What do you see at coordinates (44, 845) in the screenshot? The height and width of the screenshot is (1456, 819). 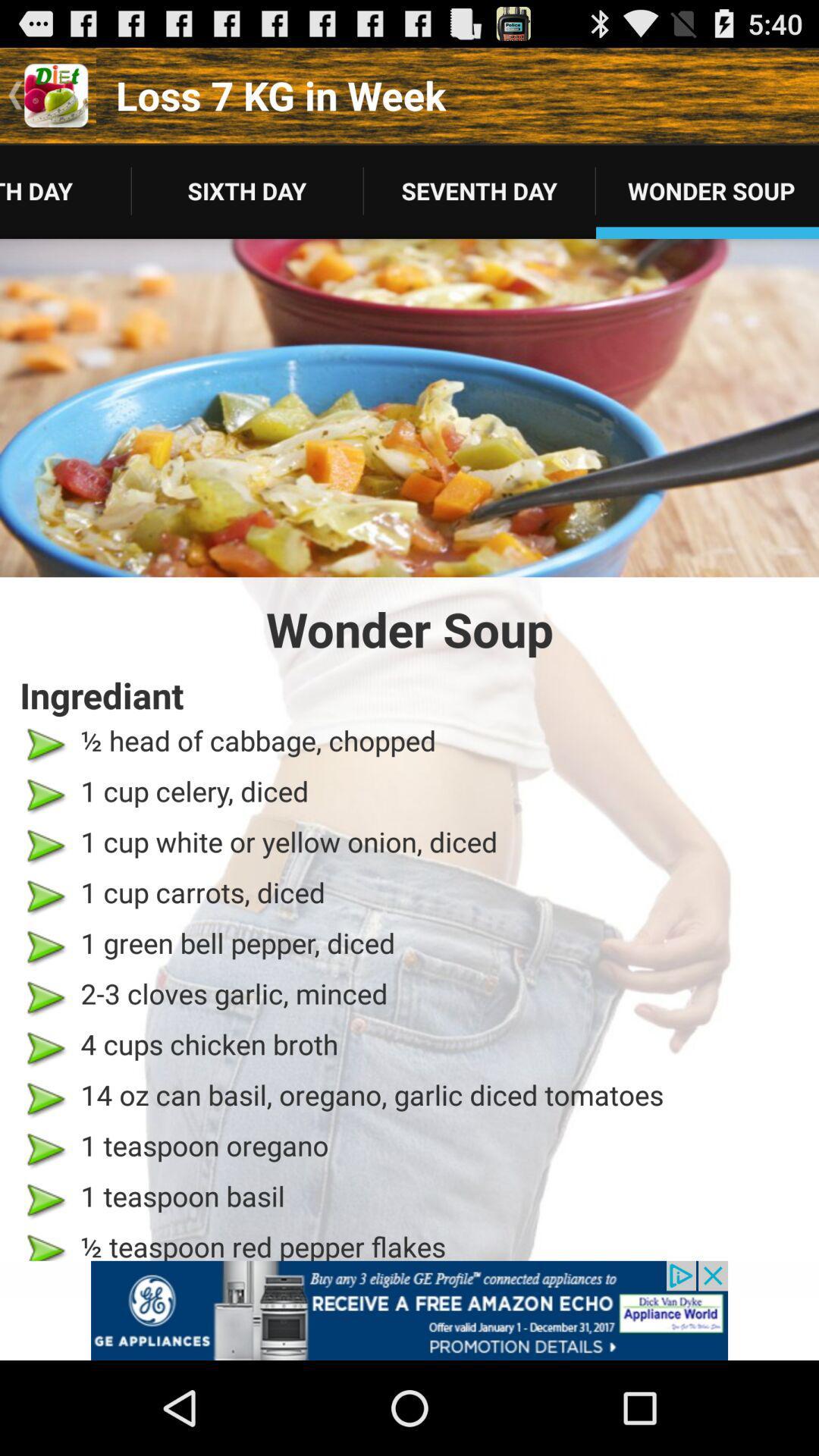 I see `the third green arrow near 1 cup white or yellow oniondiced` at bounding box center [44, 845].